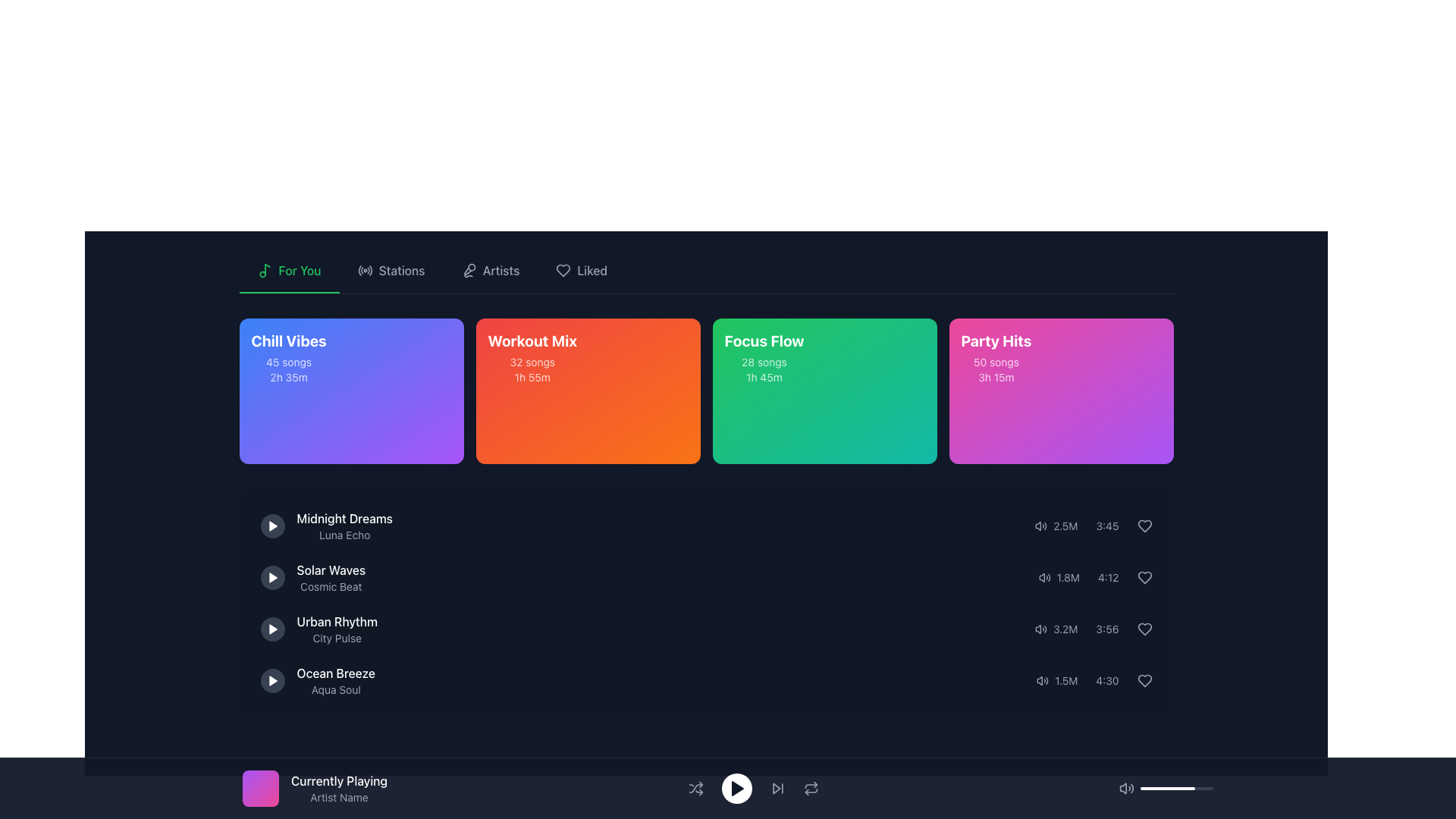 The image size is (1456, 819). I want to click on the static text label displaying '50 songs', which is located below the 'Party Hits' label and above the '3h 15m' duration label, so click(996, 362).